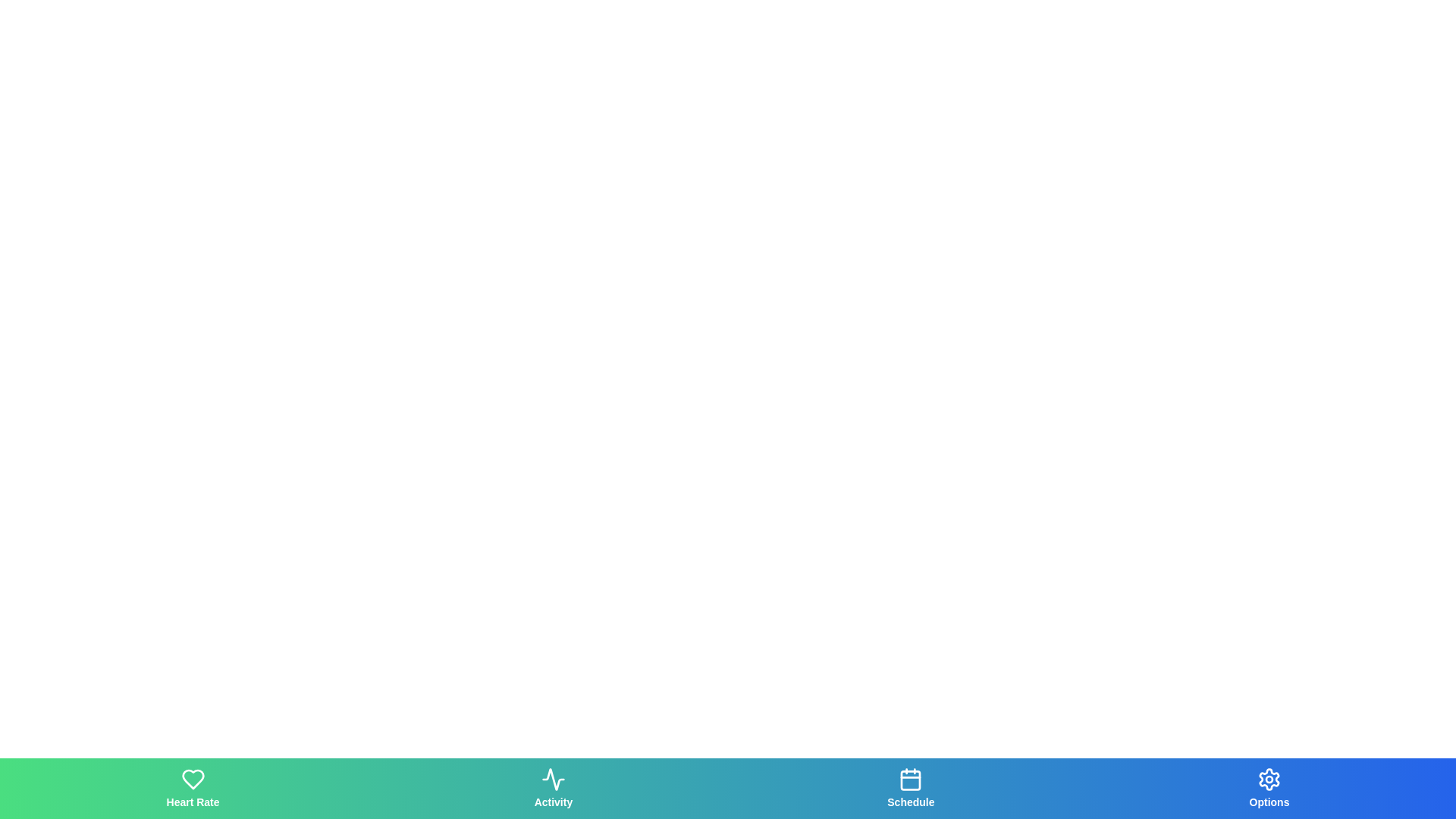 This screenshot has height=819, width=1456. I want to click on the Options tab to navigate, so click(1269, 788).